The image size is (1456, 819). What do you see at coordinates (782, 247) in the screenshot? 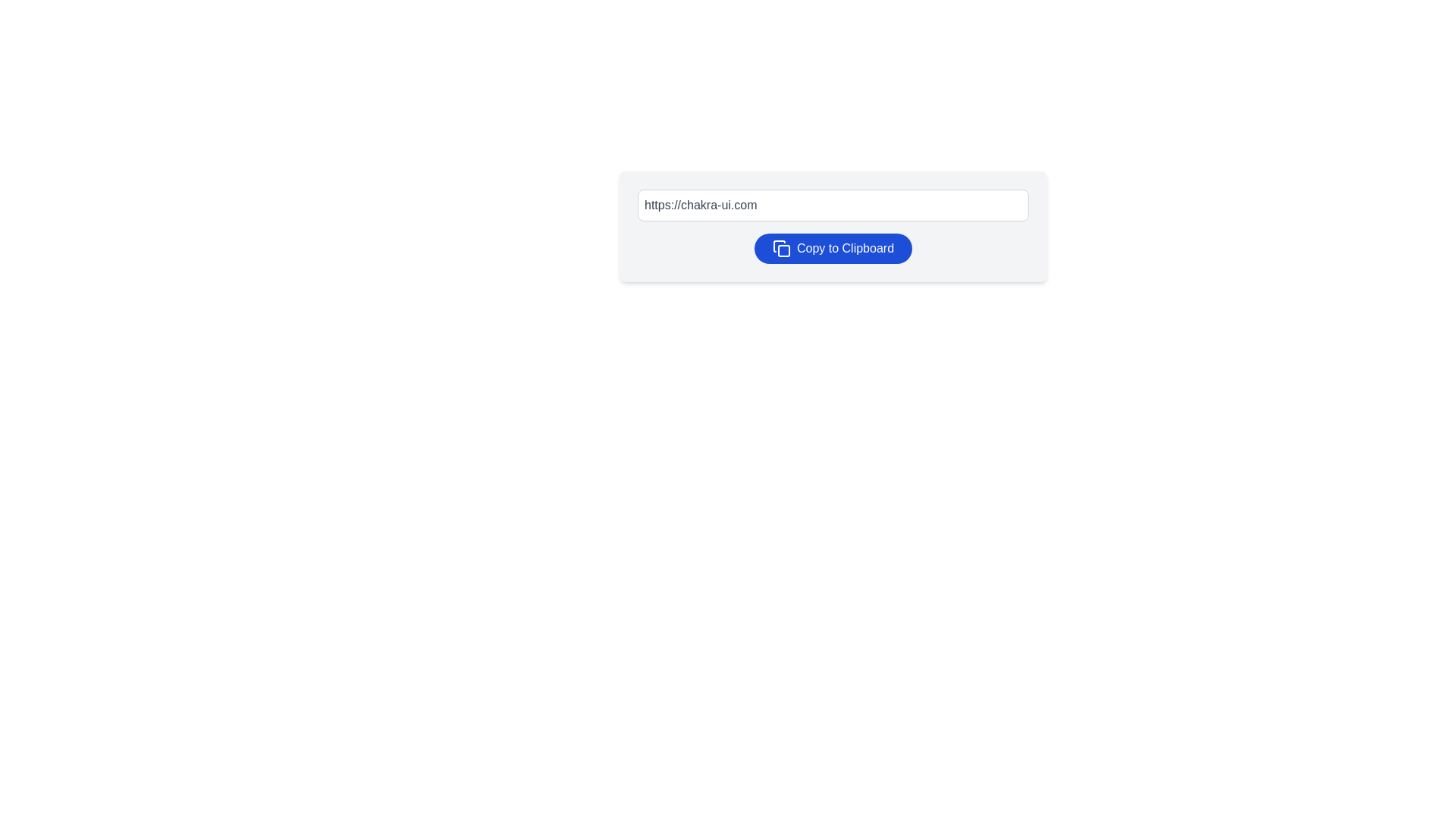
I see `the copy icon located on the left side of the 'Copy to Clipboard' button, which is represented by two overlapping rectangles with rounded corners` at bounding box center [782, 247].